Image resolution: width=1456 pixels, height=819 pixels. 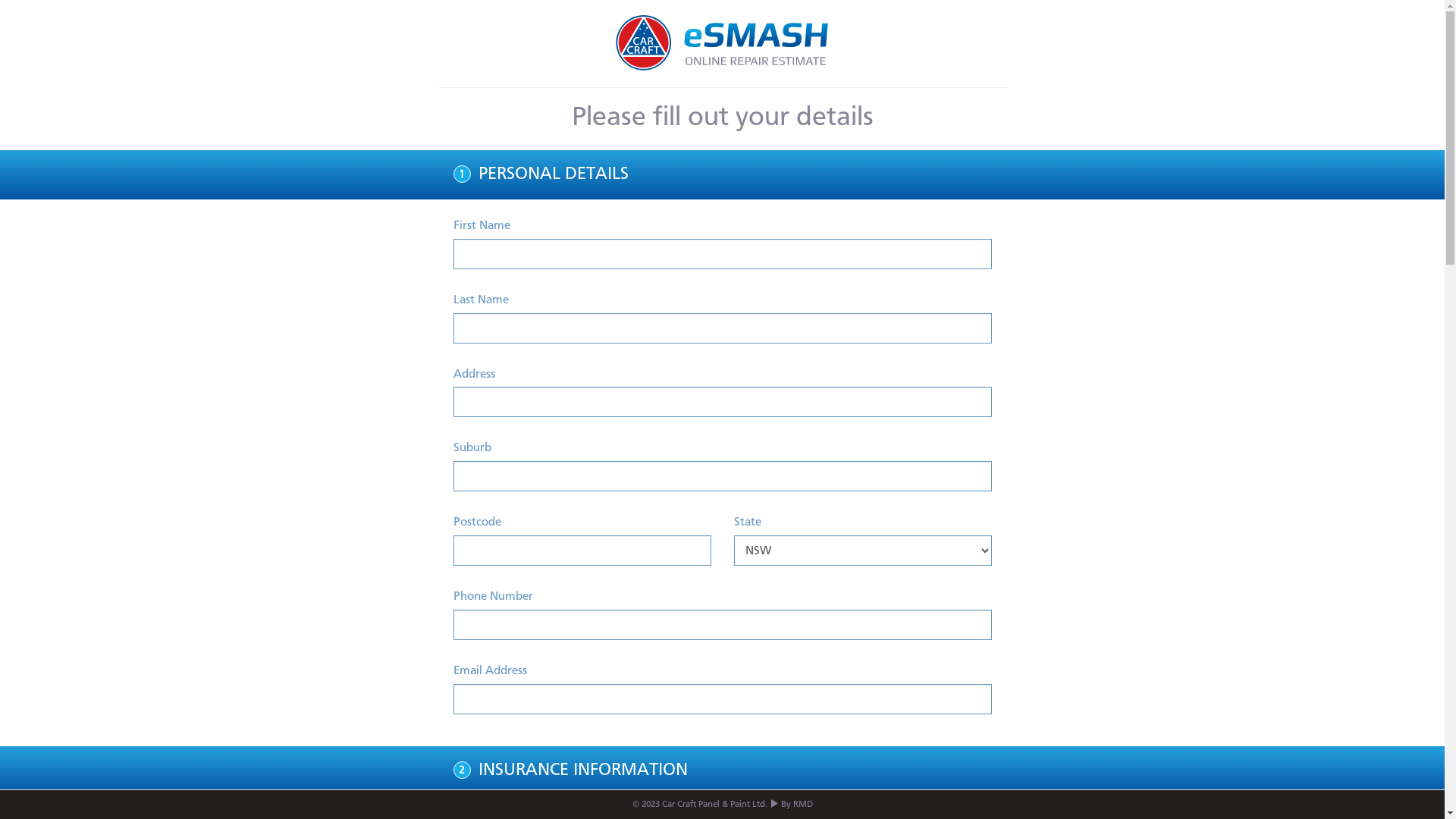 I want to click on 'eSMASH - Online Repair Estimate', so click(x=722, y=42).